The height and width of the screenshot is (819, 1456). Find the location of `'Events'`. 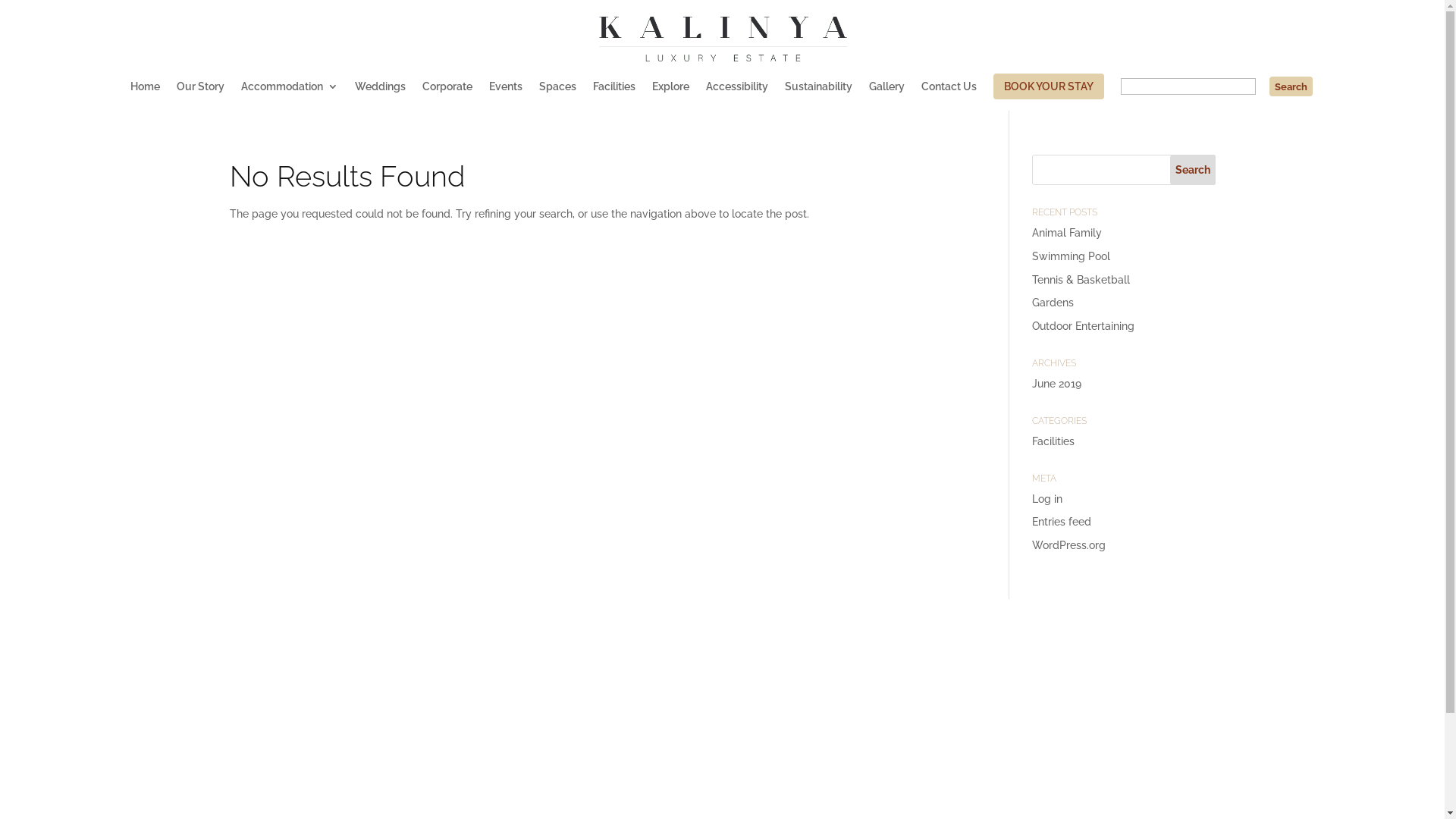

'Events' is located at coordinates (506, 93).